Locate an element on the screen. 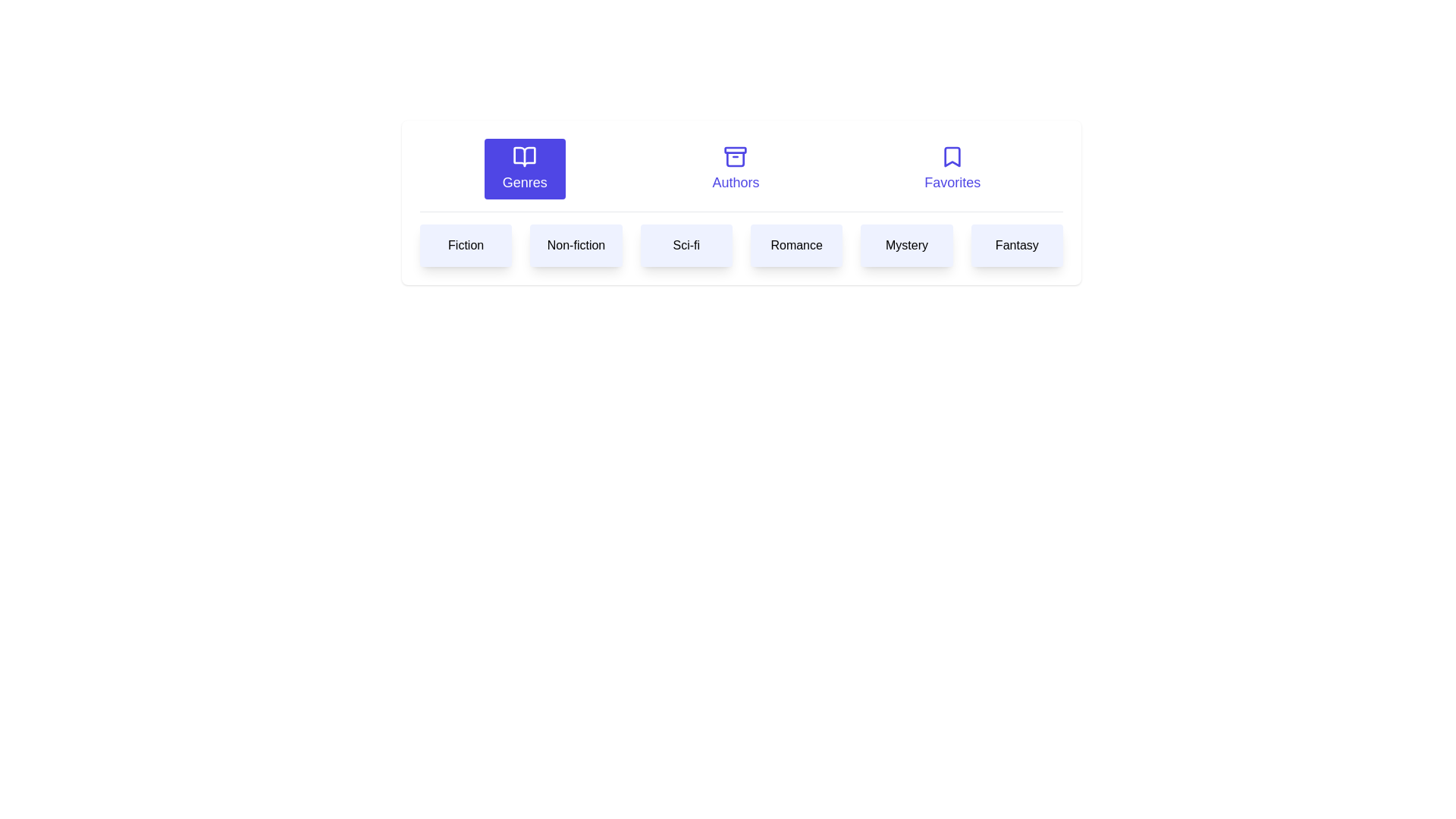 The image size is (1456, 819). the genre tile labeled Fiction is located at coordinates (465, 245).